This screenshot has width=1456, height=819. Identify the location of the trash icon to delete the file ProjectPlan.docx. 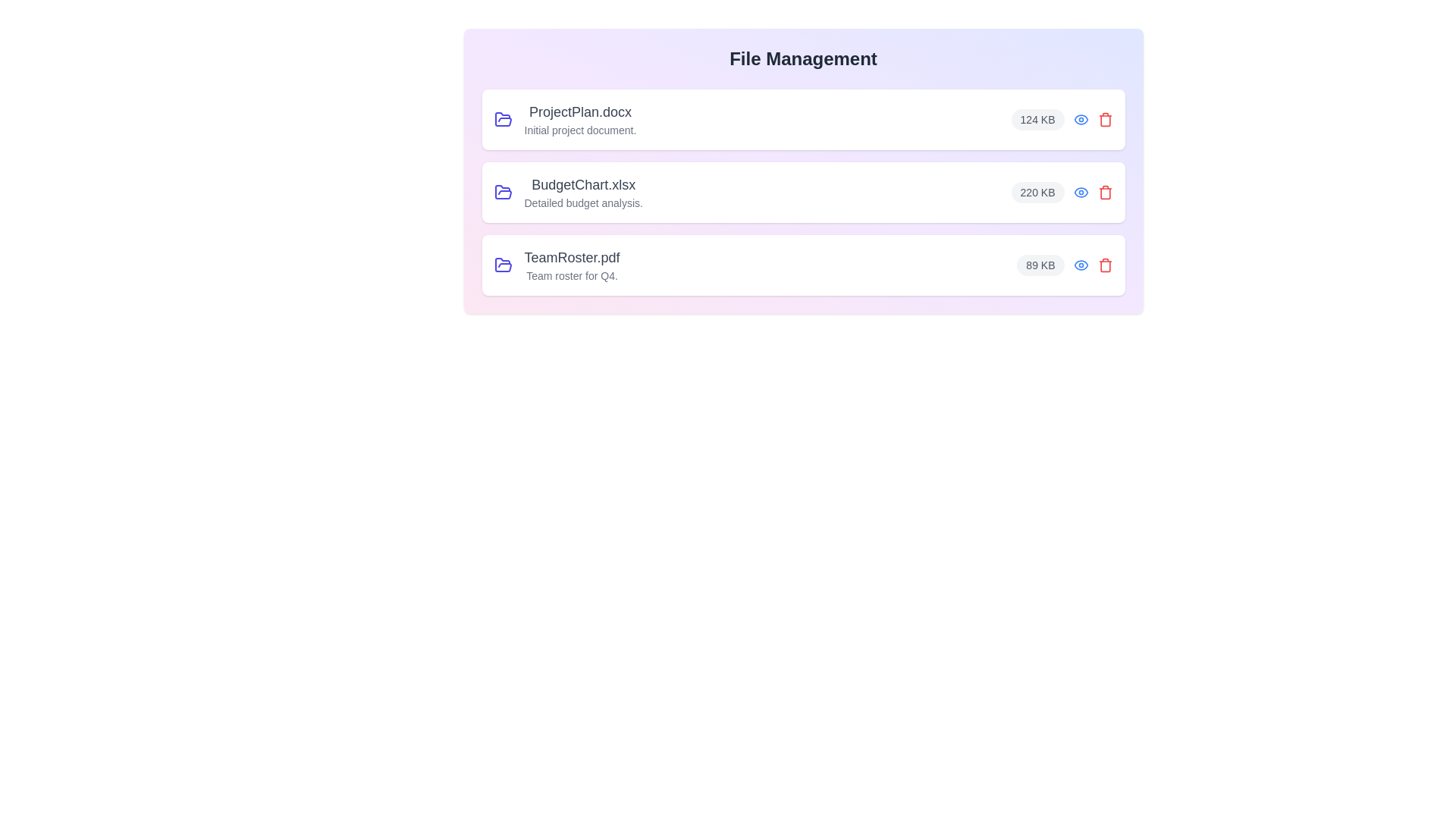
(1105, 119).